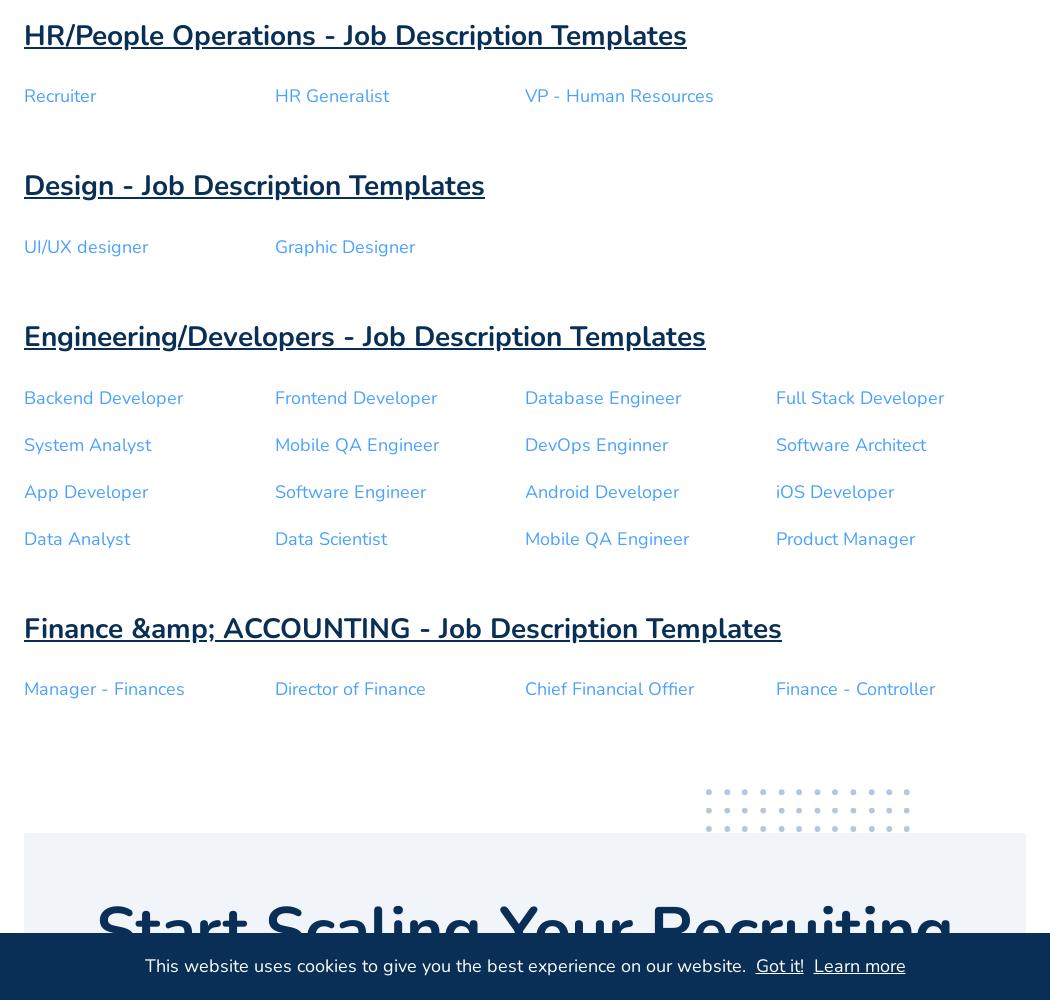  Describe the element at coordinates (142, 965) in the screenshot. I see `'This website uses cookies to give you the best experience on our website.'` at that location.